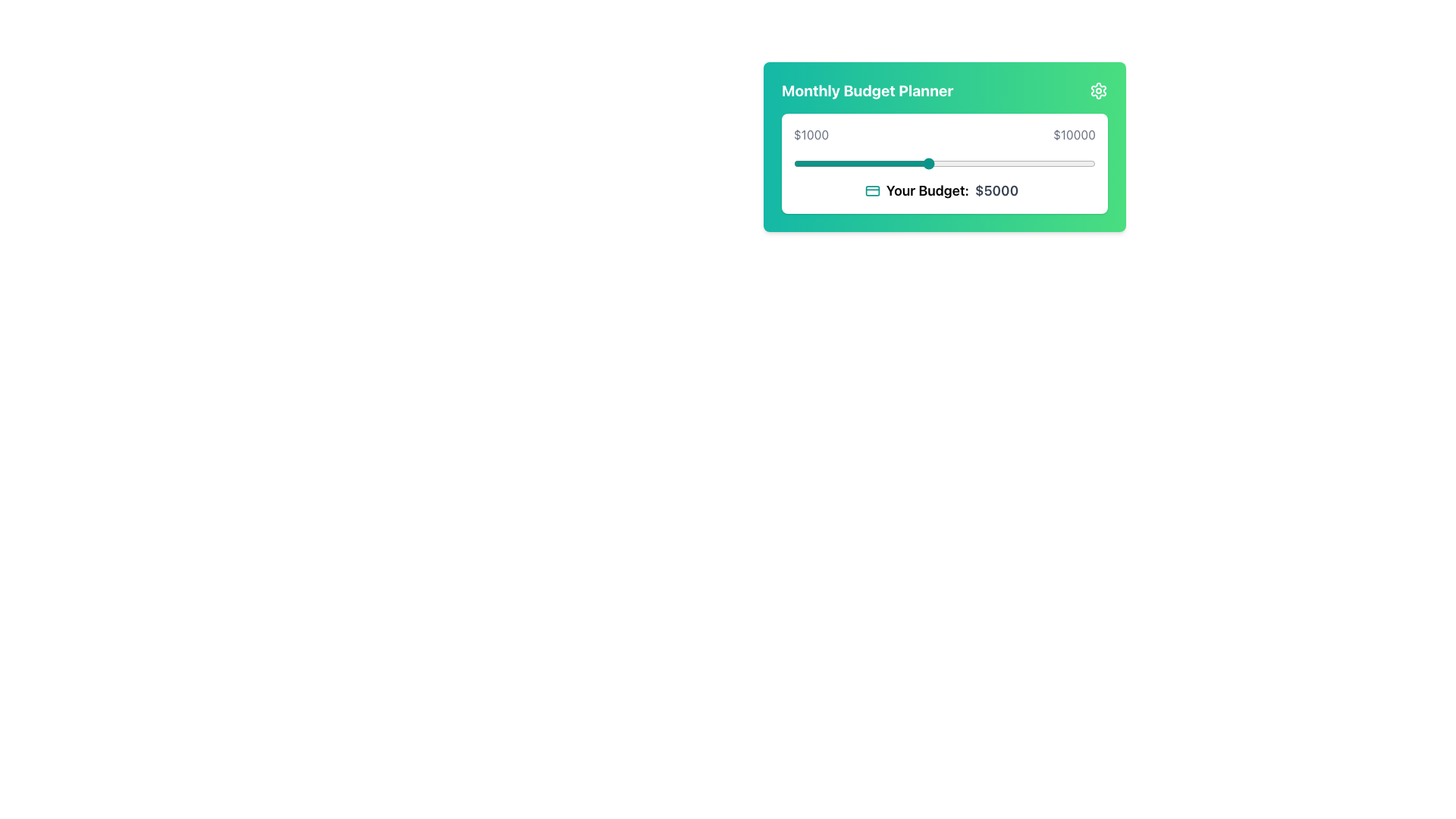 The image size is (1456, 819). Describe the element at coordinates (868, 90) in the screenshot. I see `title 'Monthly Budget Planner' from the text label displayed in bold, white font on a gradient green background, located at the top-left corner of the green card-like interface` at that location.